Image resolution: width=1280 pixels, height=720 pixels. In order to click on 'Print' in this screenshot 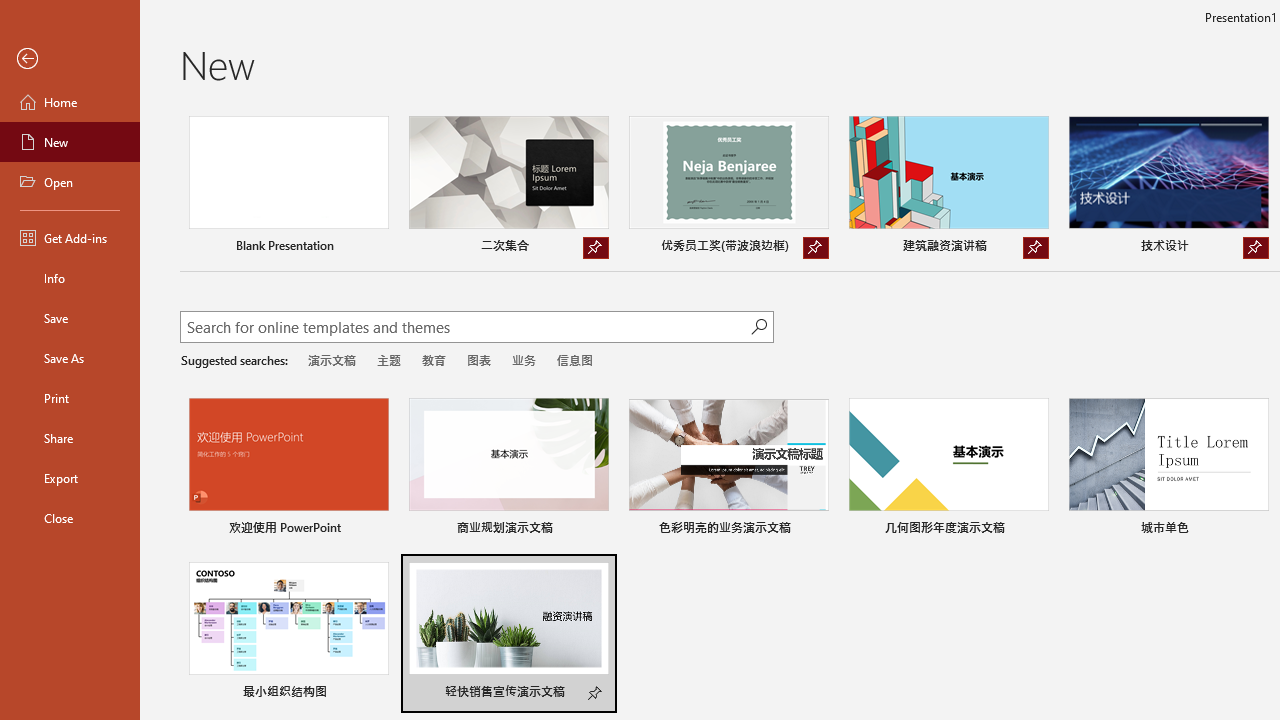, I will do `click(69, 398)`.